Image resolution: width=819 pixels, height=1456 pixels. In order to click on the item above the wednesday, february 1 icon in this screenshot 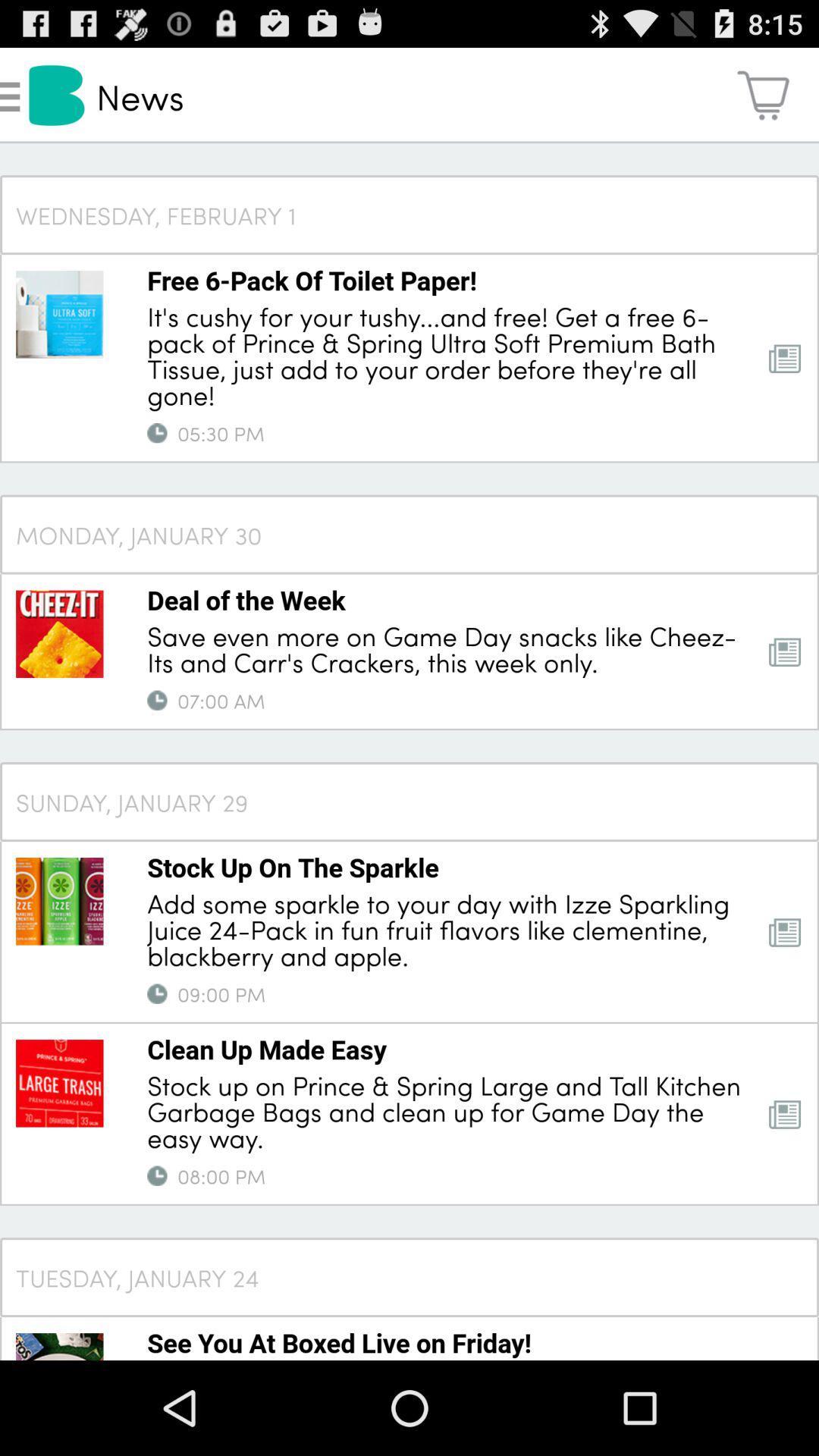, I will do `click(763, 94)`.